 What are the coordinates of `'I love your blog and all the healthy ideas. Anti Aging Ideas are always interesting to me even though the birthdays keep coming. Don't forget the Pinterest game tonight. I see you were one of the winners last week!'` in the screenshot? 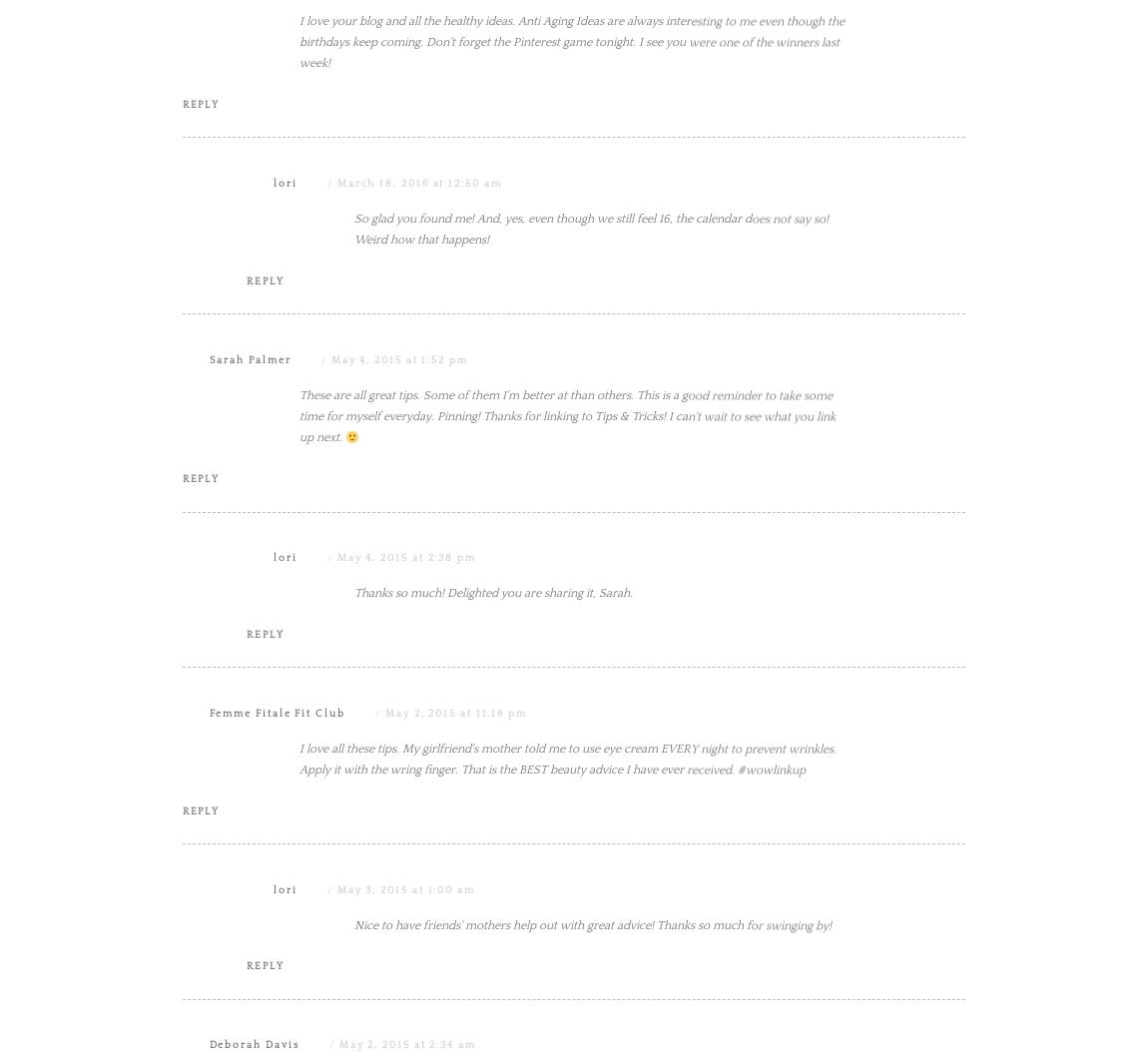 It's located at (572, 243).